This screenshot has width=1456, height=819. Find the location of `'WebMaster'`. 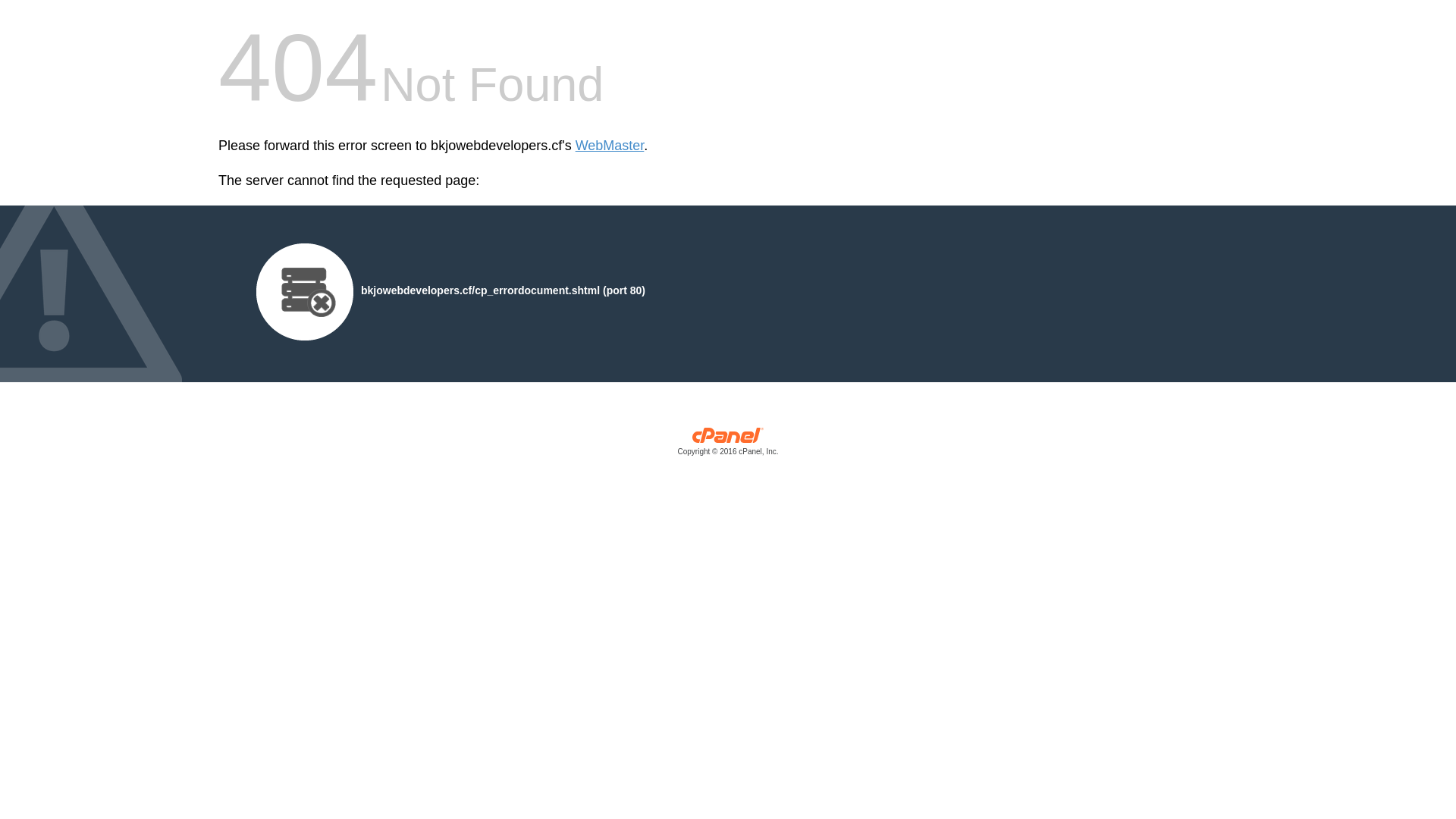

'WebMaster' is located at coordinates (574, 146).